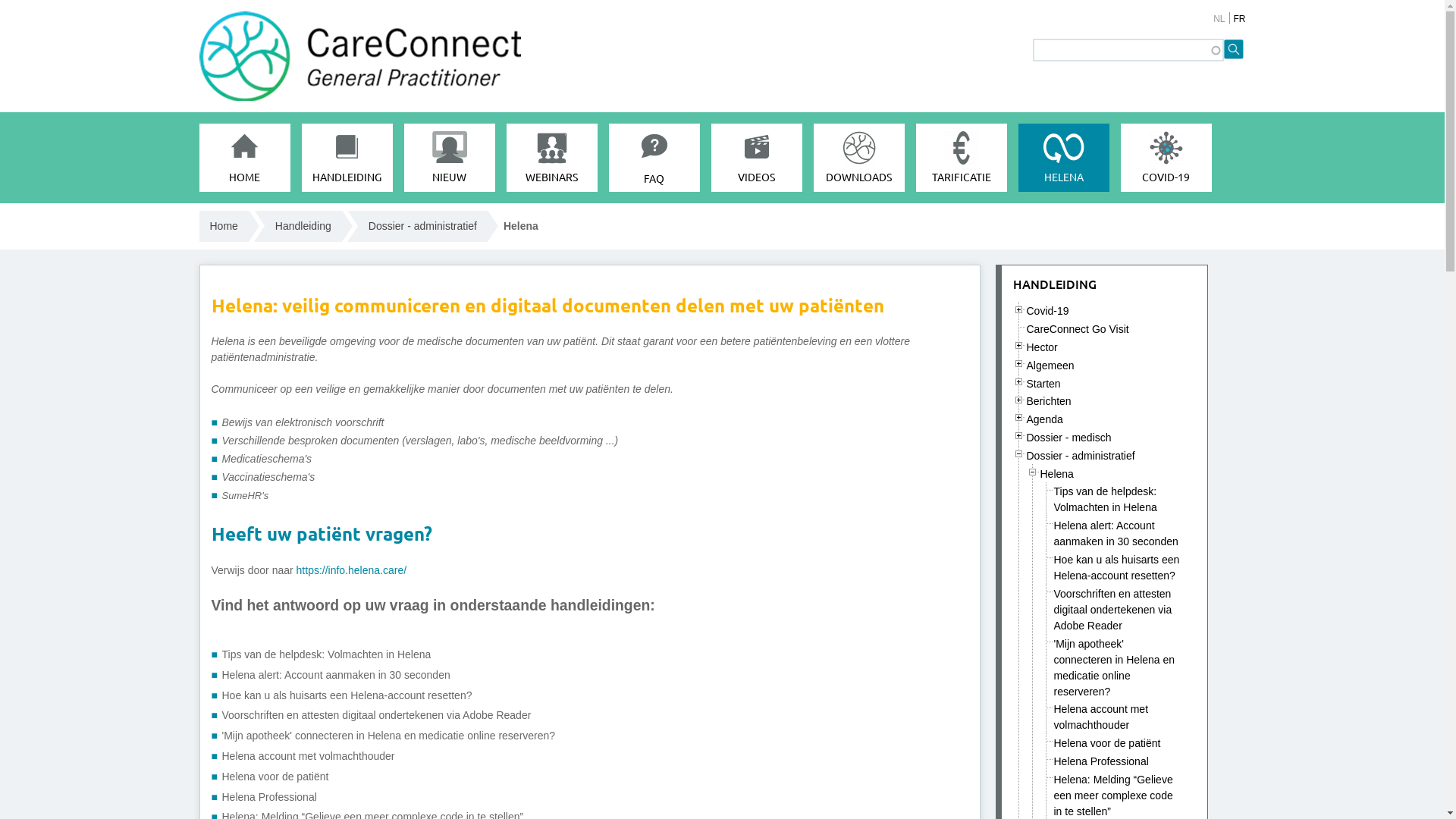 The height and width of the screenshot is (819, 1456). What do you see at coordinates (1041, 347) in the screenshot?
I see `'Hector'` at bounding box center [1041, 347].